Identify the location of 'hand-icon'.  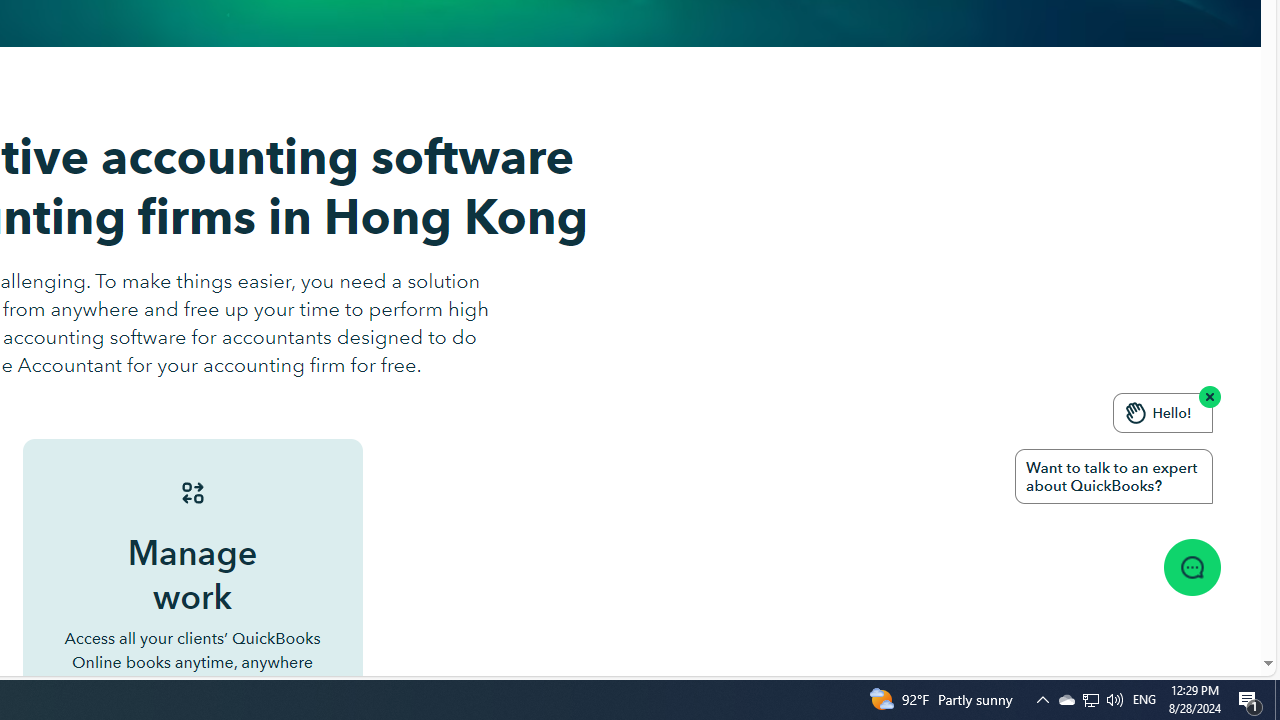
(1136, 411).